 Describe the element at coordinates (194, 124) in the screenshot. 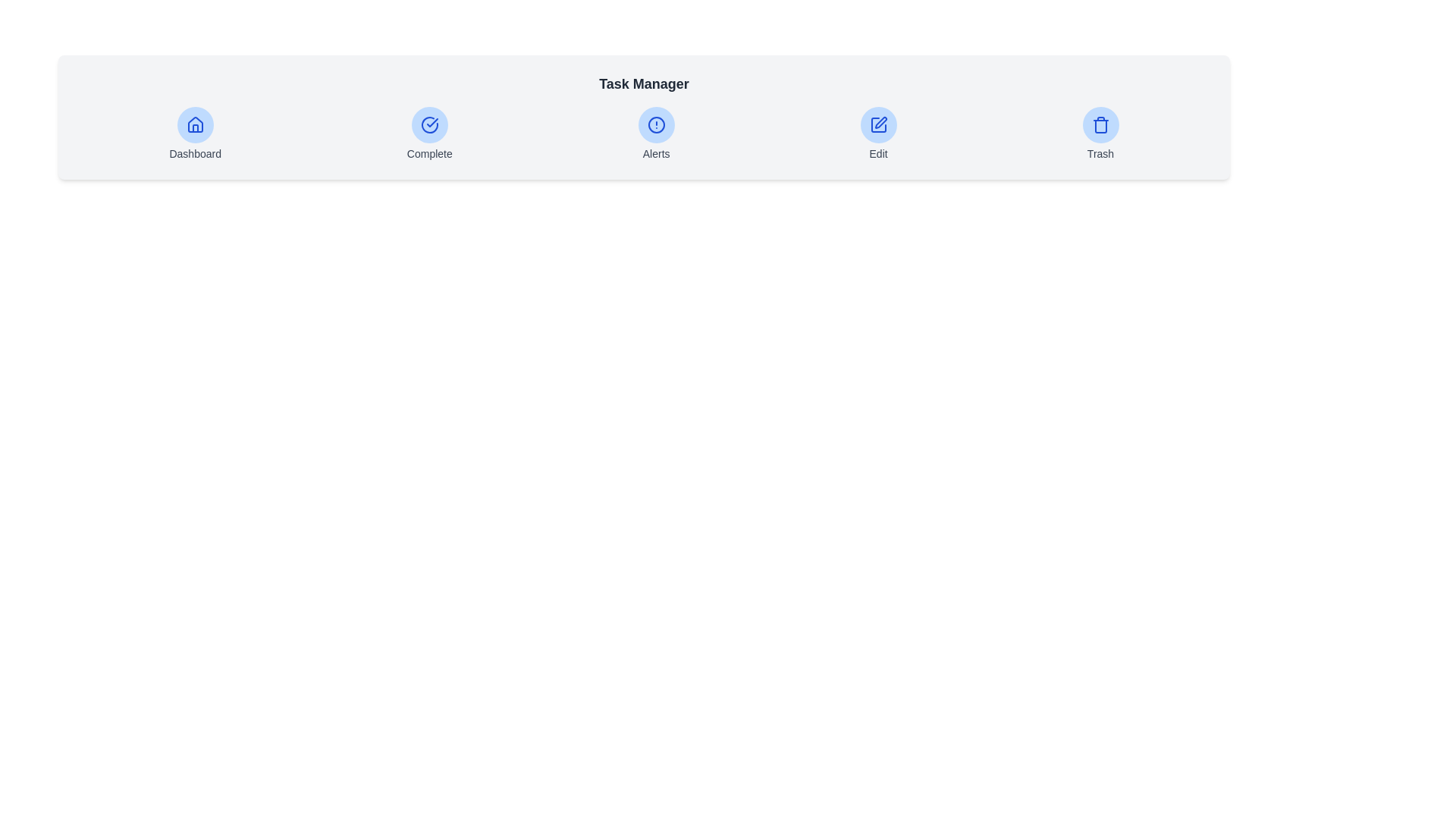

I see `the 'Dashboard' icon located in the top navigation bar` at that location.